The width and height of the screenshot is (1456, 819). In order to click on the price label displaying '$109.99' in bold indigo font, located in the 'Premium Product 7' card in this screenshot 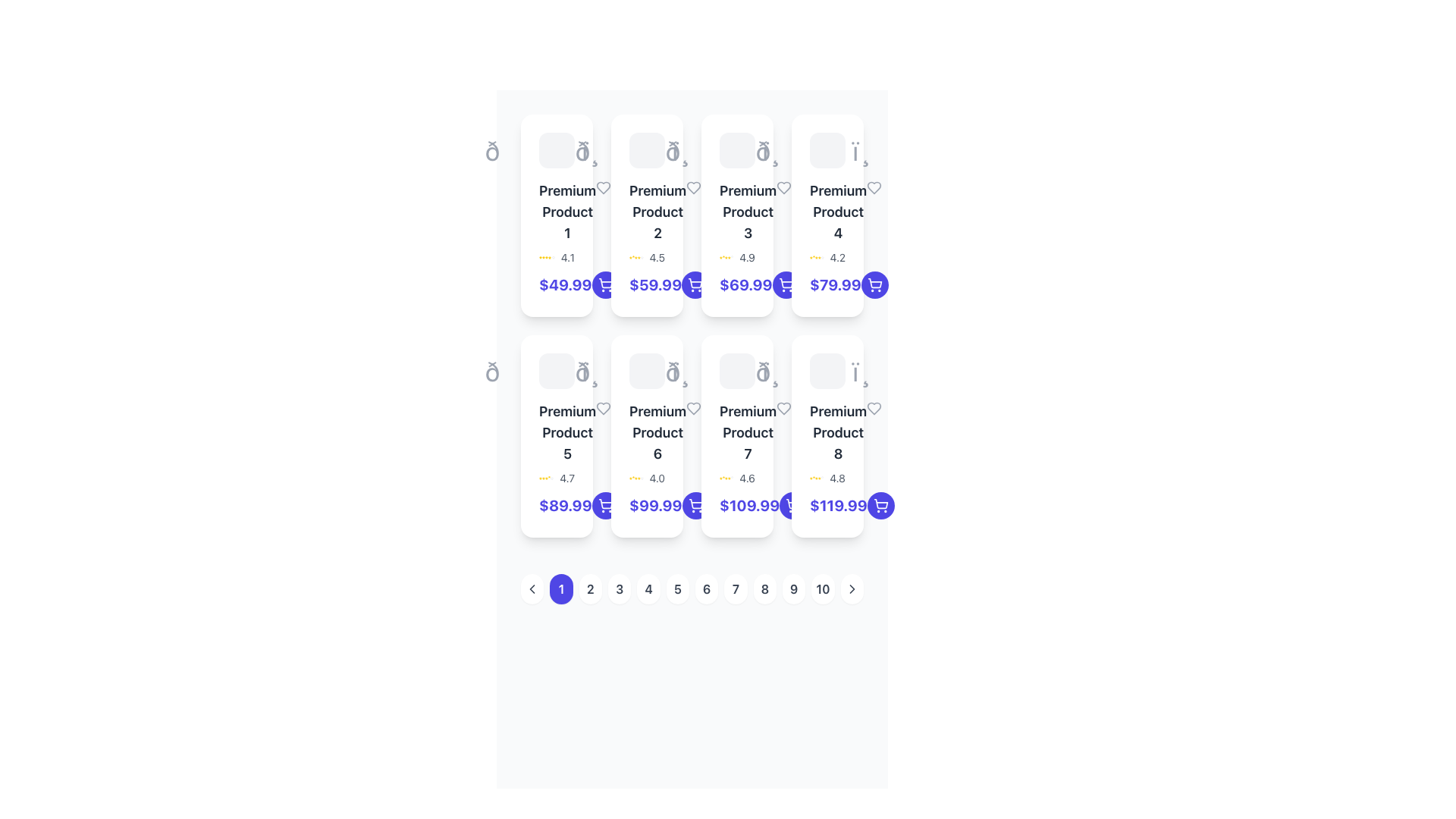, I will do `click(749, 506)`.